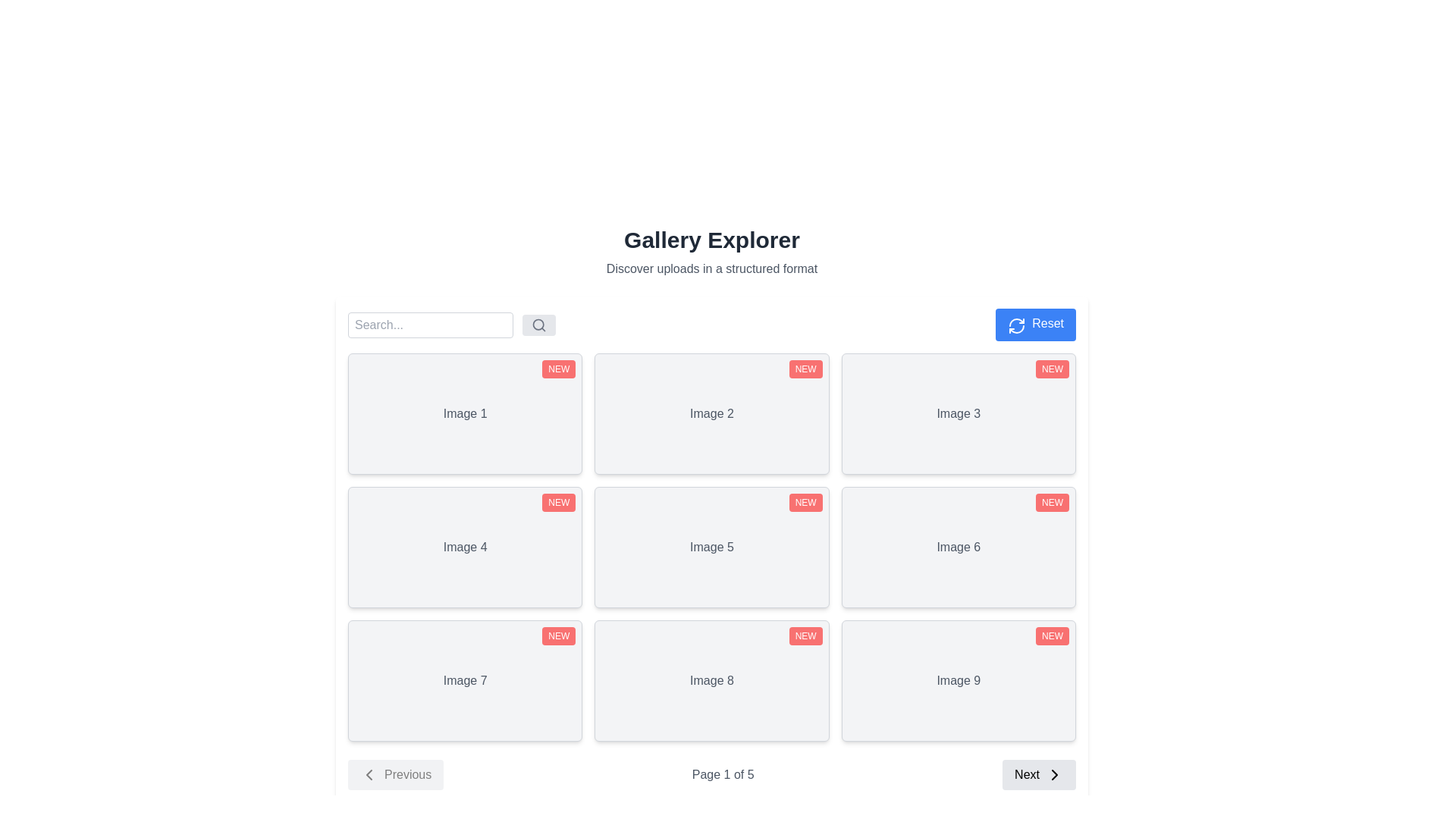 This screenshot has height=819, width=1456. Describe the element at coordinates (1017, 325) in the screenshot. I see `the 'Reset' icon located inside the blue button labeled 'Reset', positioned to the left of the button text` at that location.